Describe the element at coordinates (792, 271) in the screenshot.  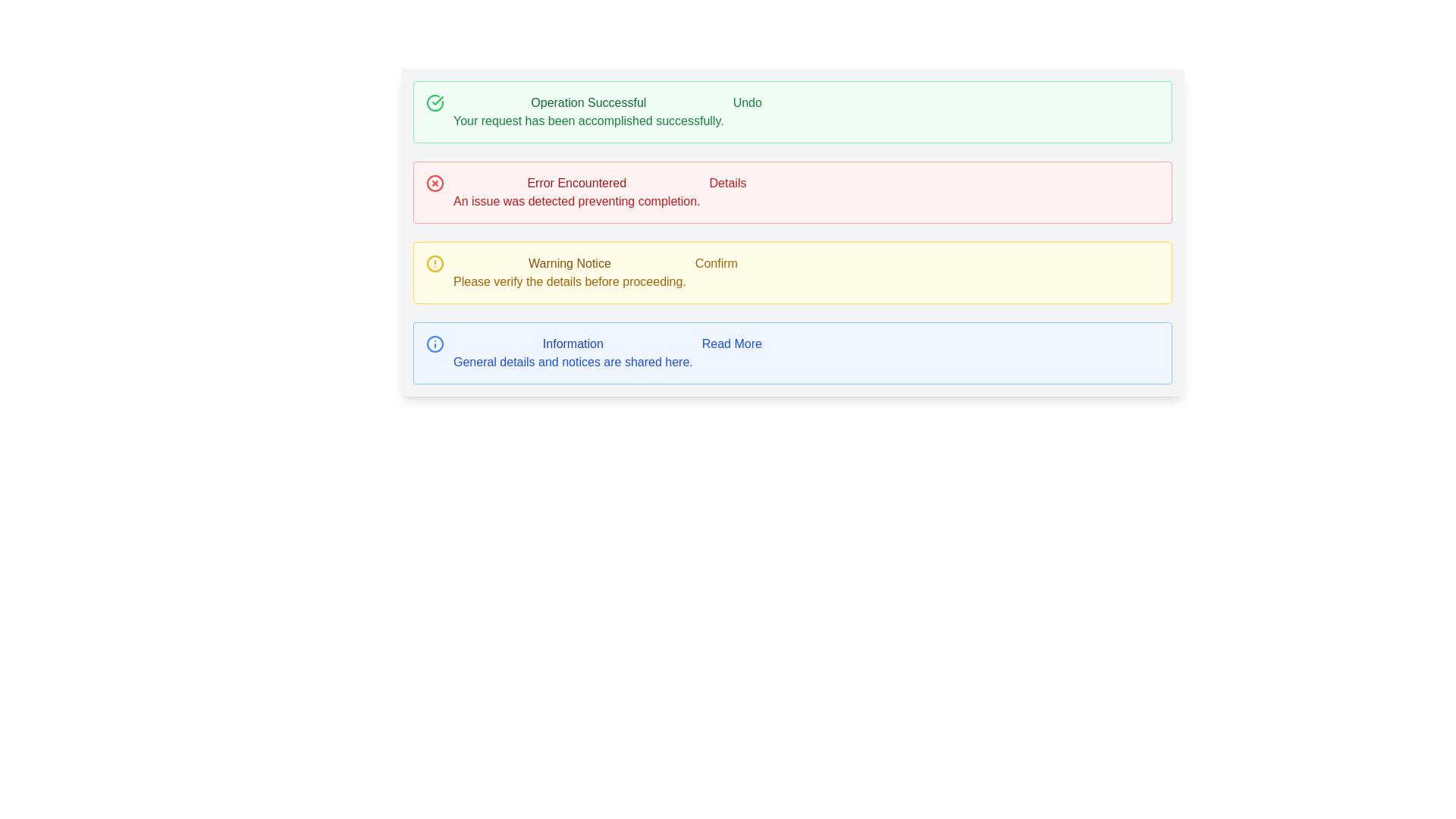
I see `the 'Confirm' button of the third Notification Box, which warns users to verify details before proceeding` at that location.